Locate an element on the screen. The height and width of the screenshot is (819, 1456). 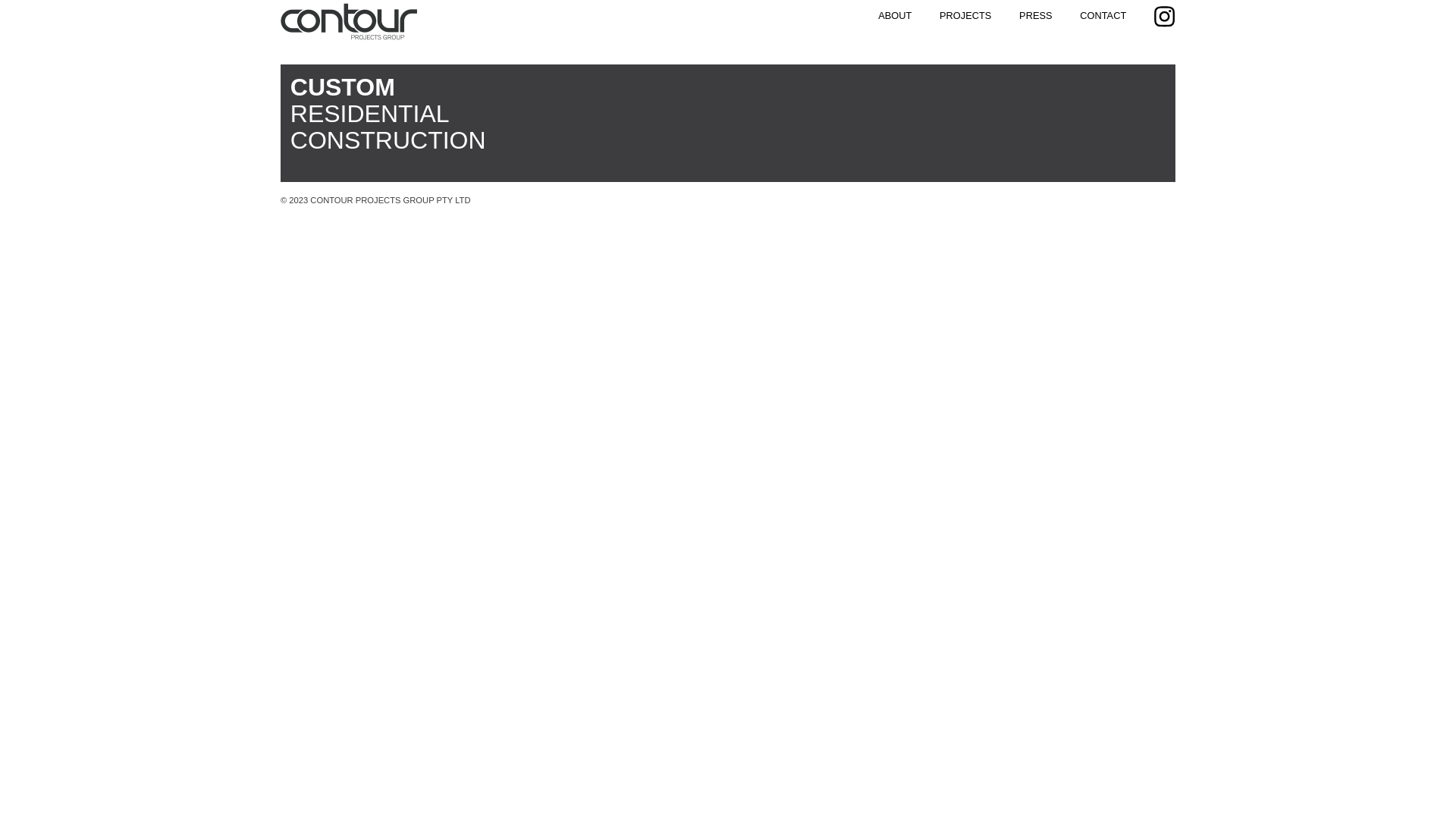
'CONTACT' is located at coordinates (1079, 15).